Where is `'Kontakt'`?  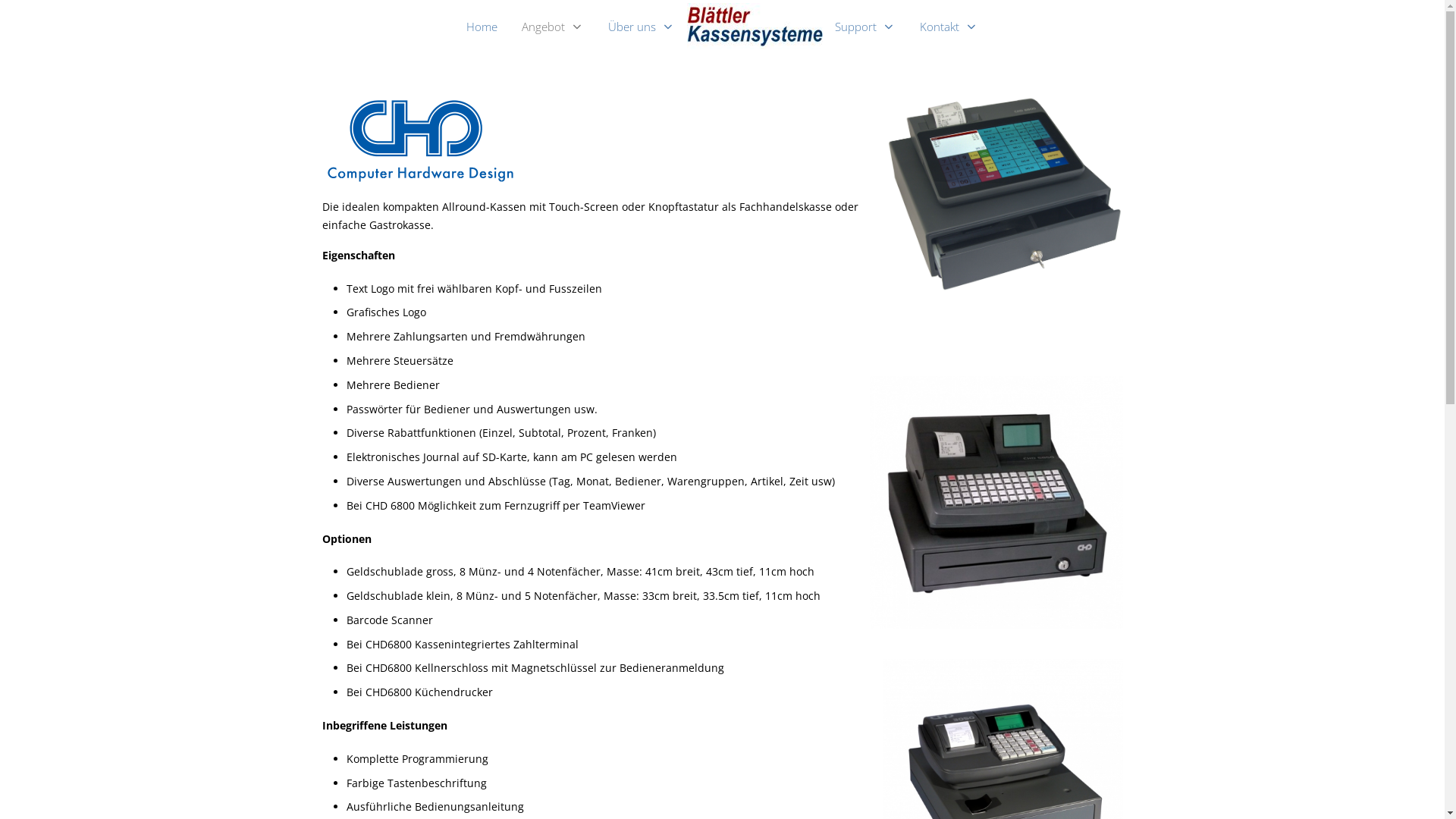 'Kontakt' is located at coordinates (948, 26).